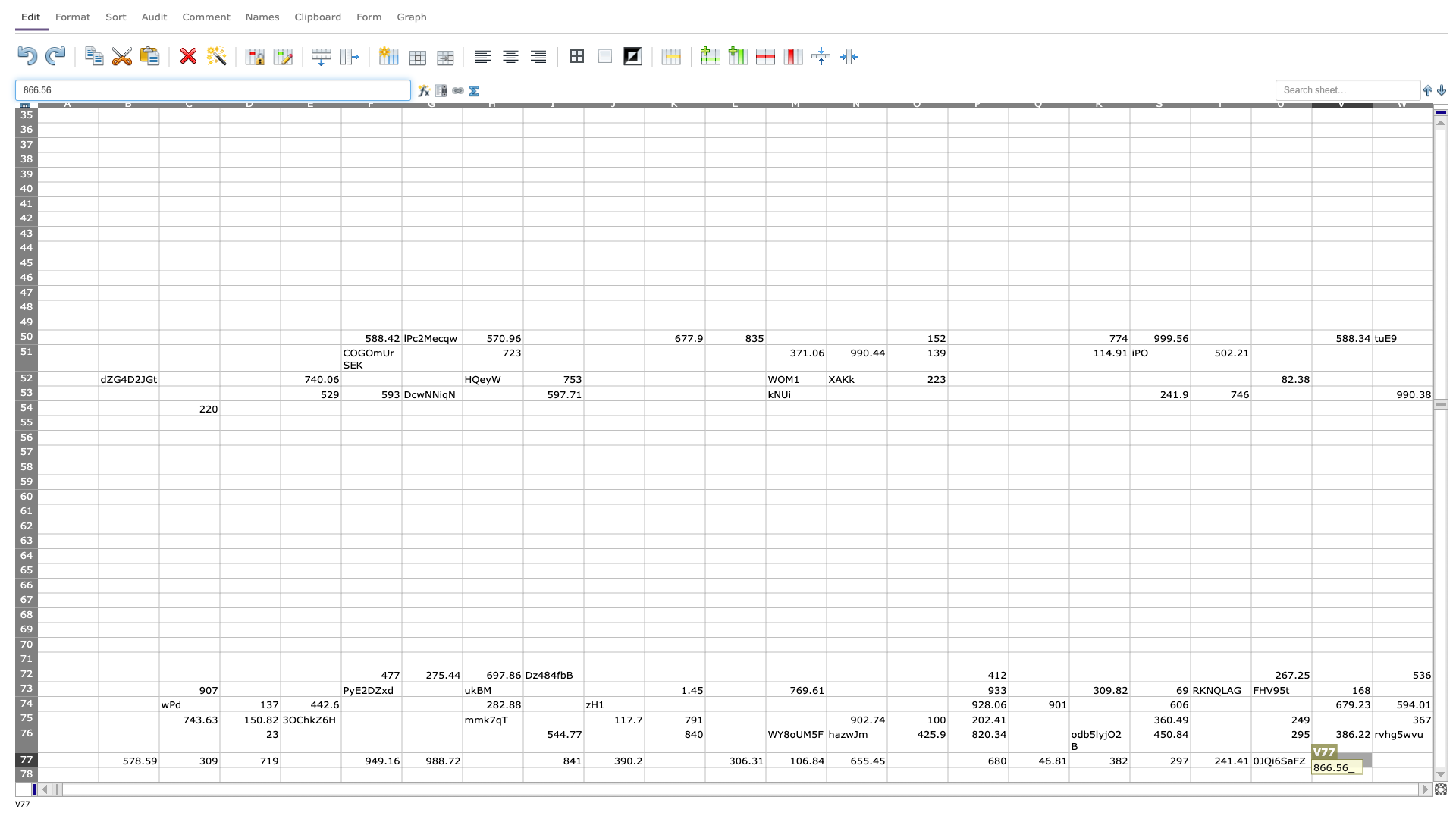 The height and width of the screenshot is (819, 1456). What do you see at coordinates (97, 782) in the screenshot?
I see `top left corner of B79` at bounding box center [97, 782].